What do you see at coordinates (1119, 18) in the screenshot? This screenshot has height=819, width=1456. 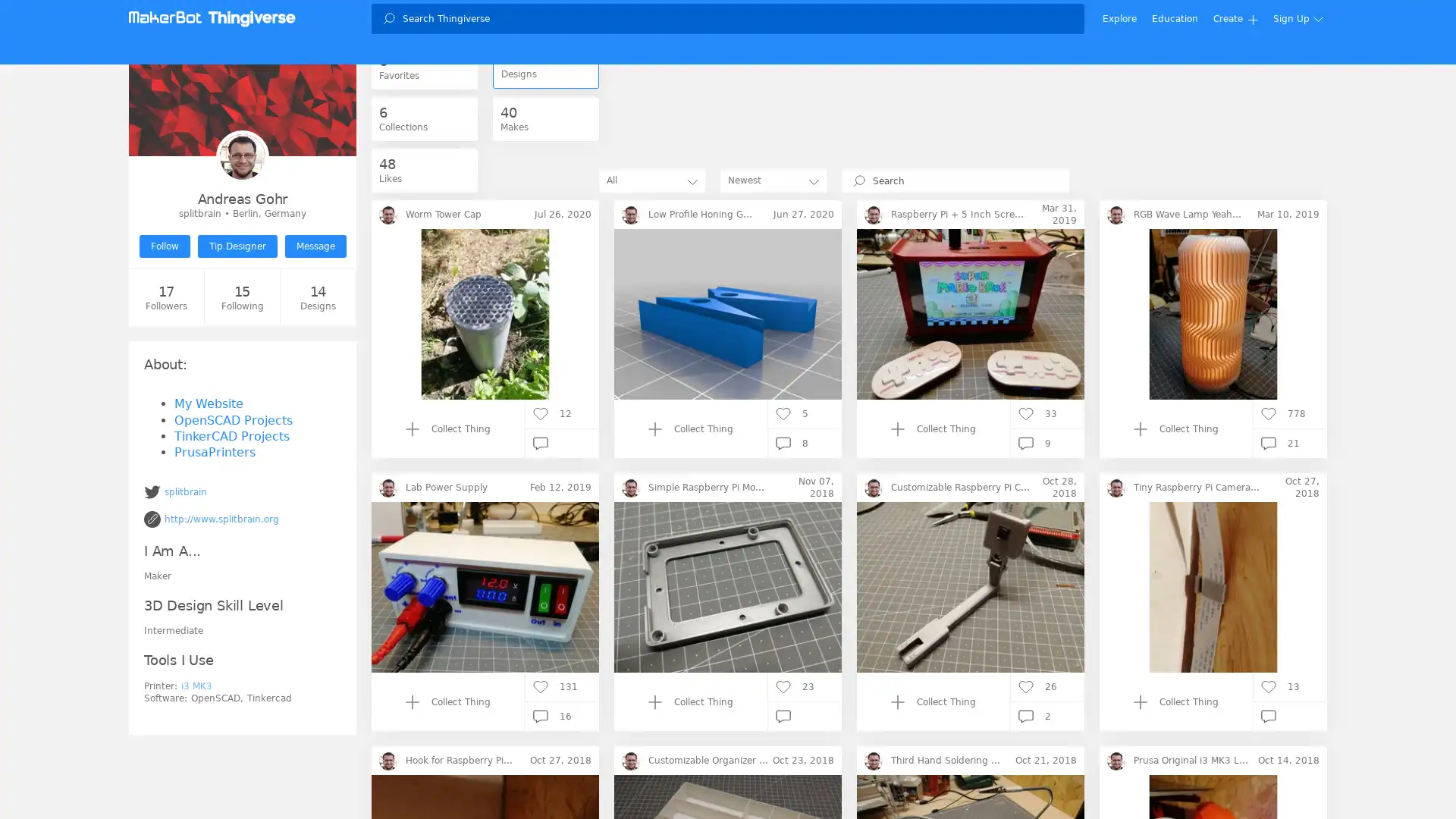 I see `Explore` at bounding box center [1119, 18].